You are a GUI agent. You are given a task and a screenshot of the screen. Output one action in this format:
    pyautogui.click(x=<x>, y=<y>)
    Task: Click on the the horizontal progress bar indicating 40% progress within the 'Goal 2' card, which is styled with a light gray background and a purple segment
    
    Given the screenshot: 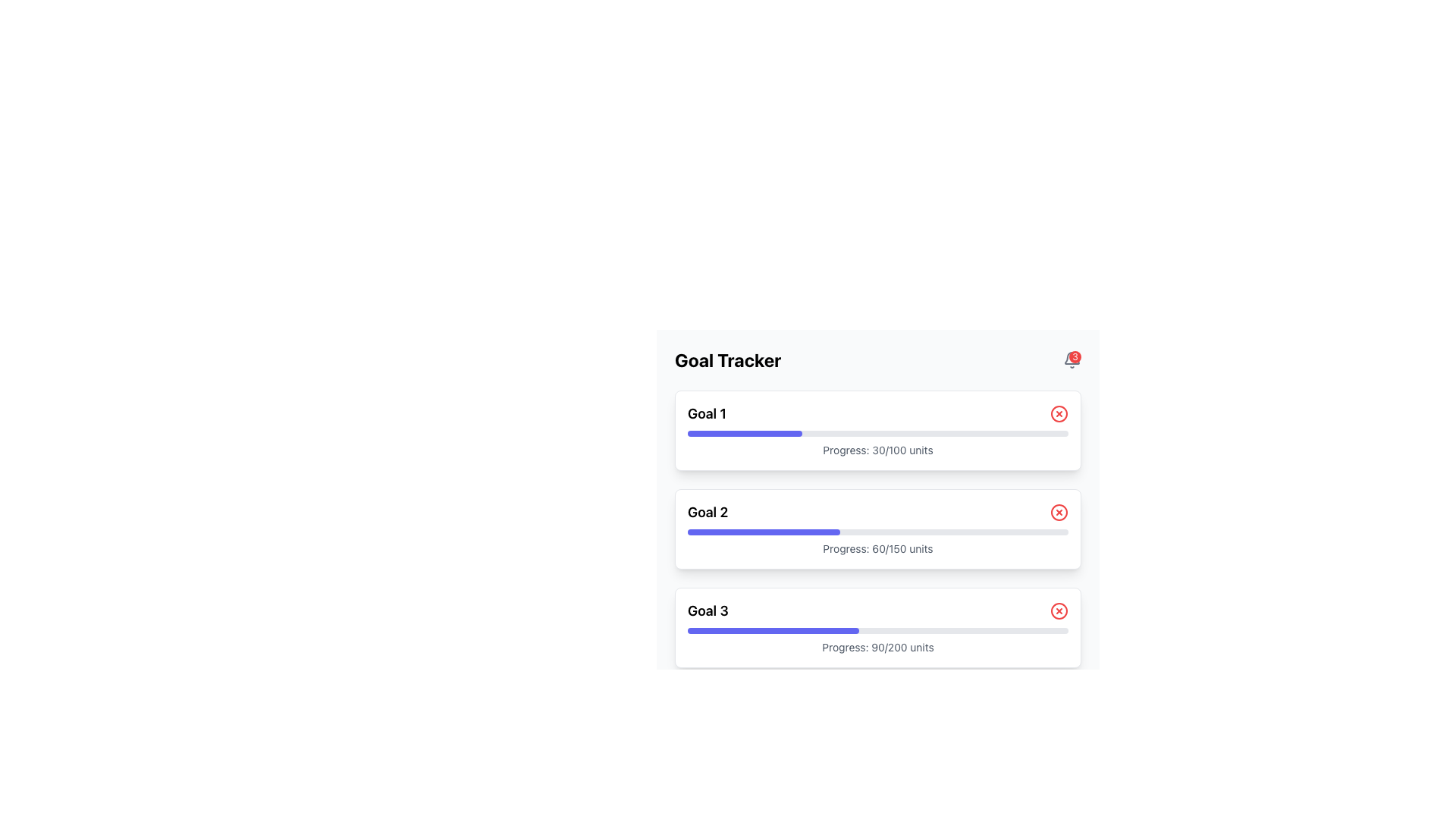 What is the action you would take?
    pyautogui.click(x=877, y=532)
    